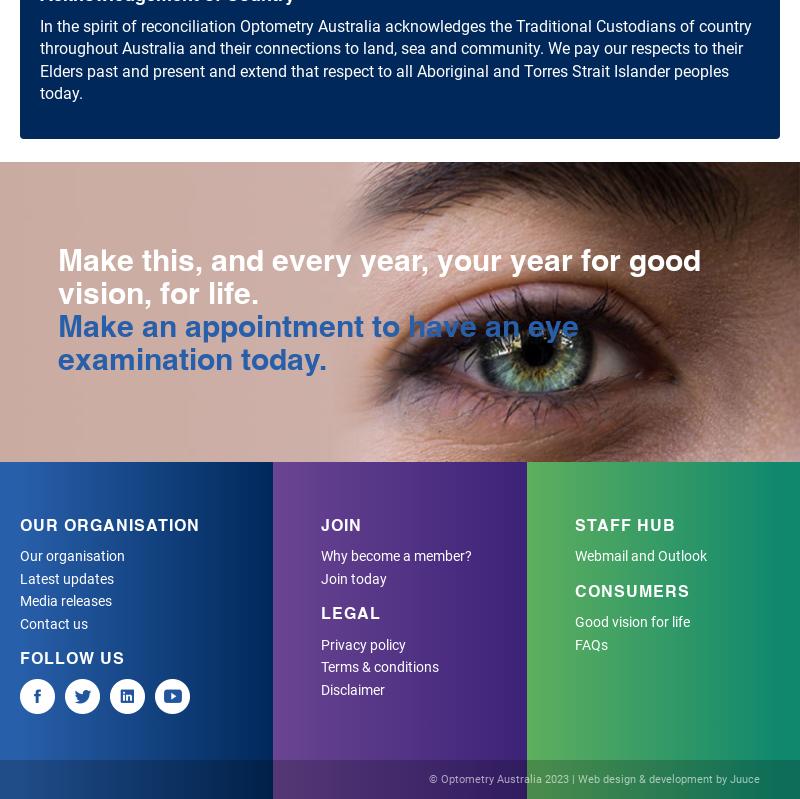 The height and width of the screenshot is (799, 800). I want to click on 'Webmail and Outlook', so click(639, 556).